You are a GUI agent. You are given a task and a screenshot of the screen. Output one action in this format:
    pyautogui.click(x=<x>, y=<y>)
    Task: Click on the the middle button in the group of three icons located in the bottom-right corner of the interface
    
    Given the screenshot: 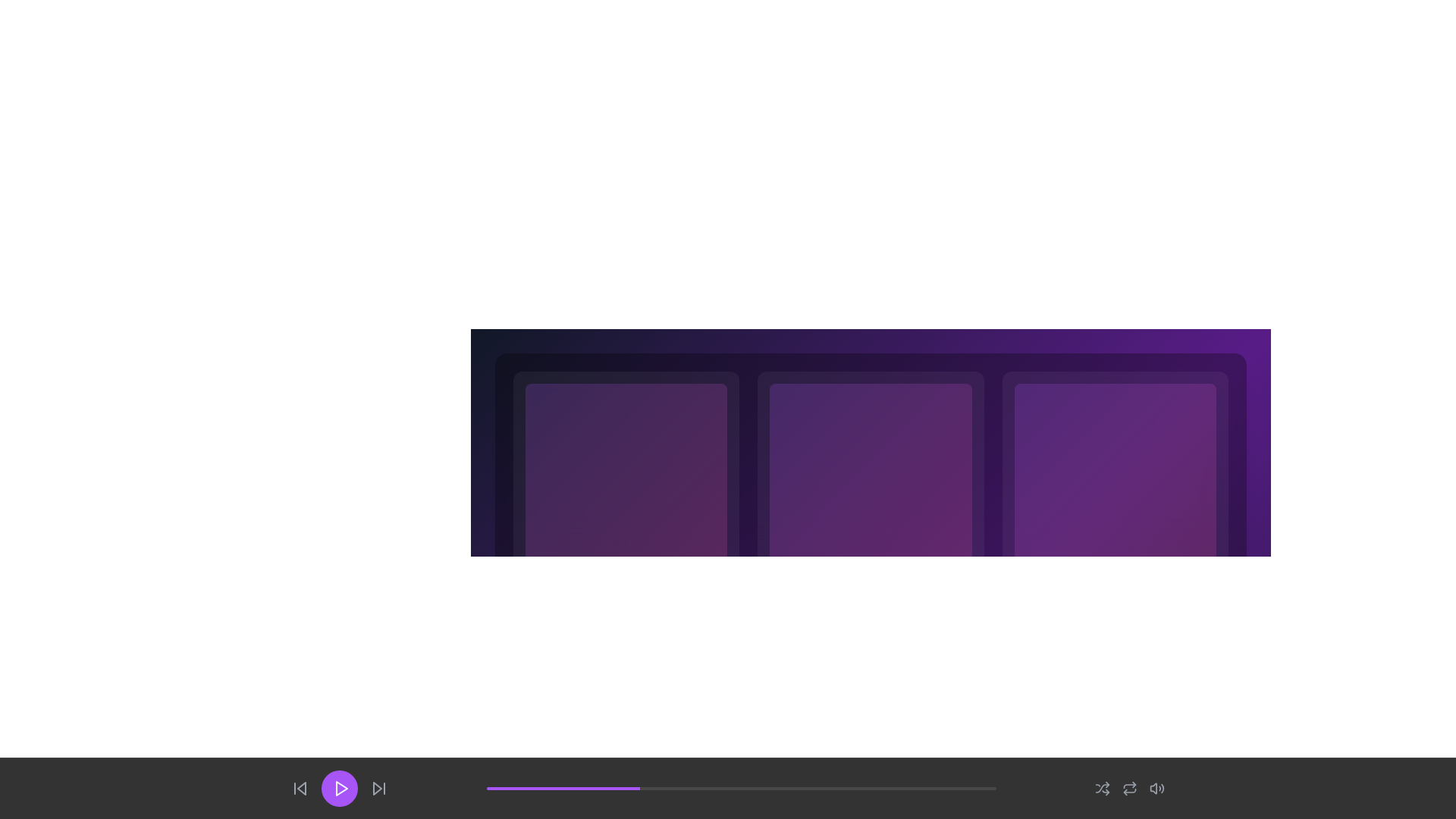 What is the action you would take?
    pyautogui.click(x=1129, y=788)
    